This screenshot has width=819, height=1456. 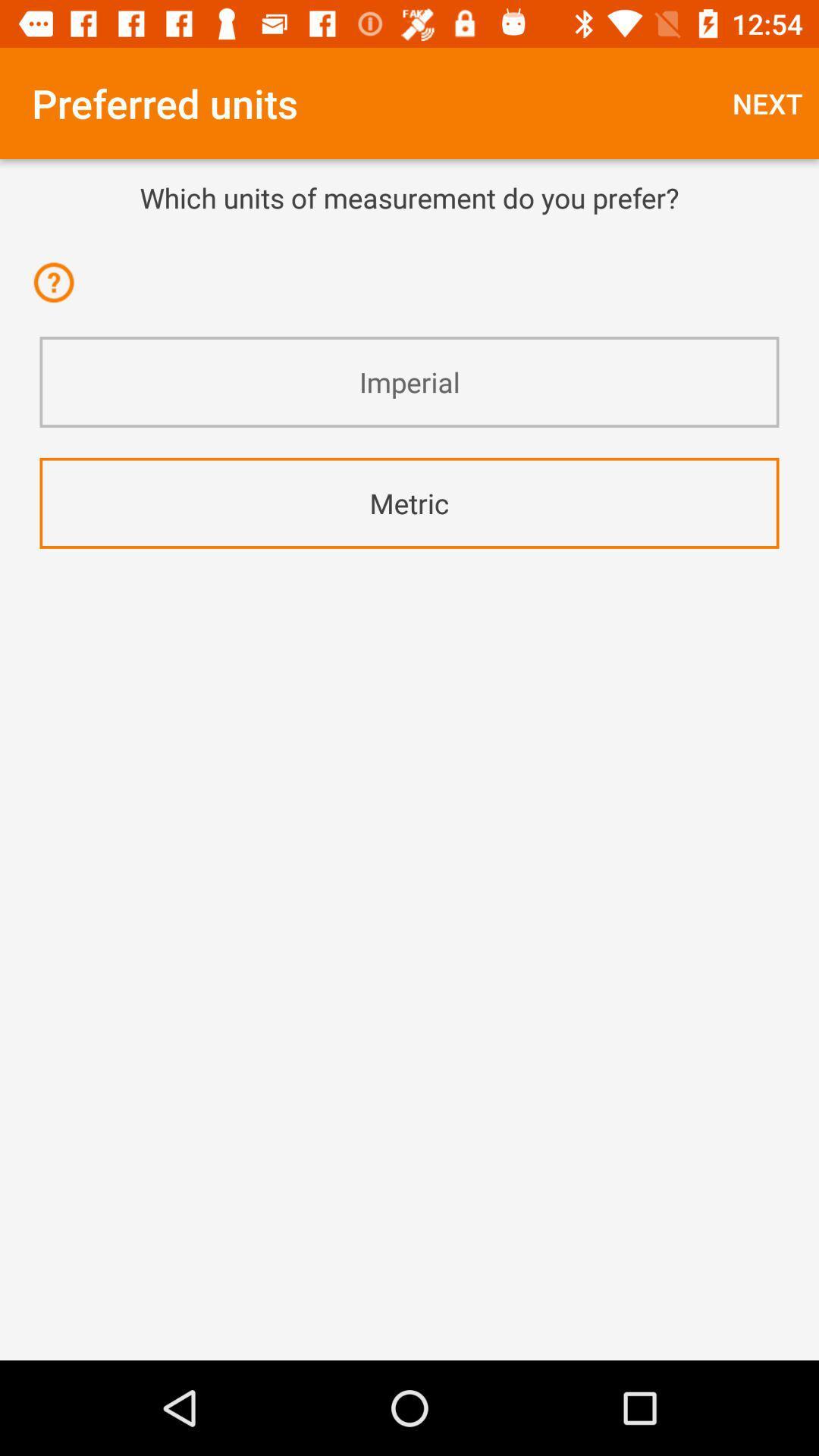 I want to click on the next item, so click(x=767, y=102).